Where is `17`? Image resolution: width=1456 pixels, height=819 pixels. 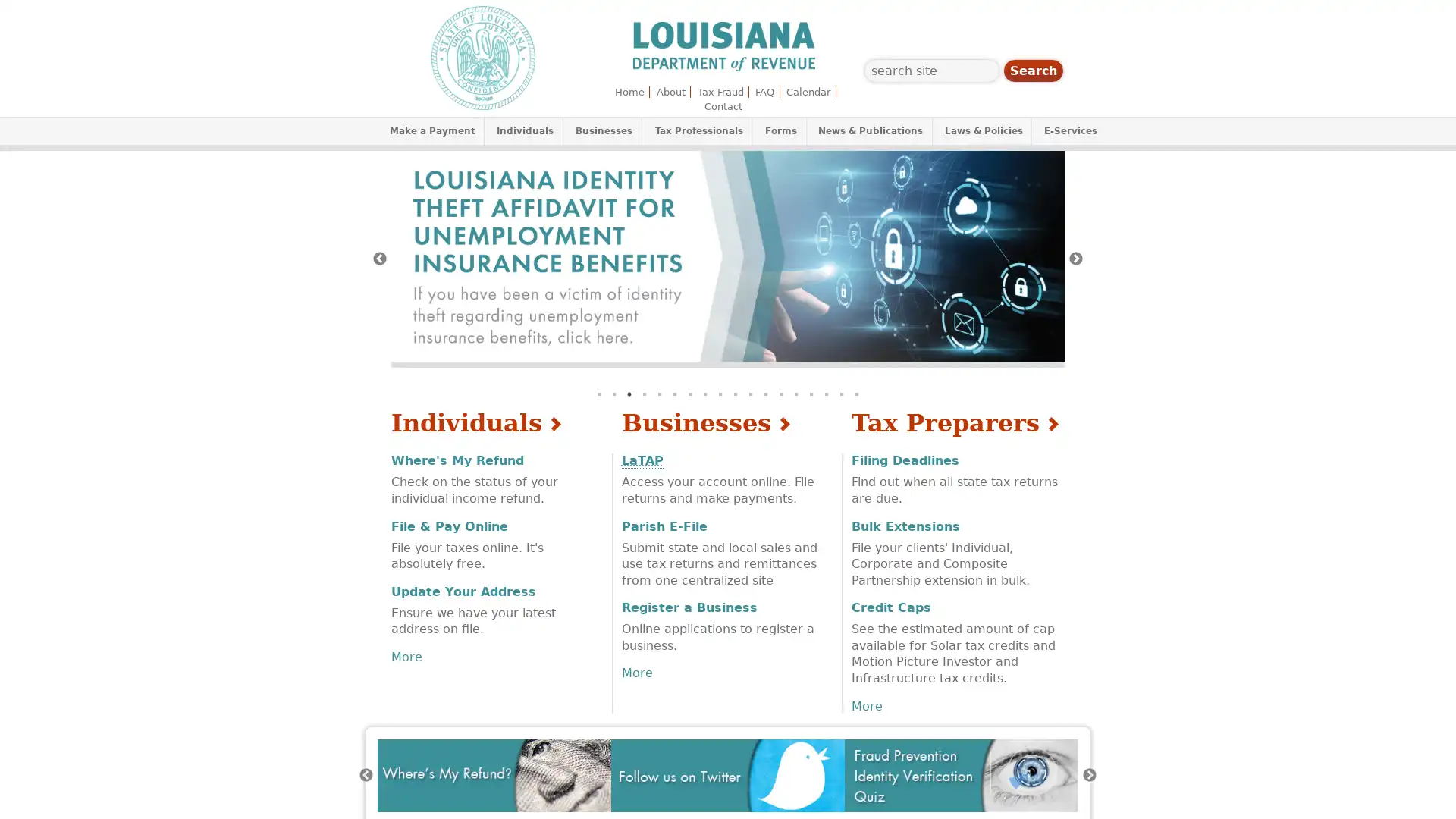 17 is located at coordinates (840, 394).